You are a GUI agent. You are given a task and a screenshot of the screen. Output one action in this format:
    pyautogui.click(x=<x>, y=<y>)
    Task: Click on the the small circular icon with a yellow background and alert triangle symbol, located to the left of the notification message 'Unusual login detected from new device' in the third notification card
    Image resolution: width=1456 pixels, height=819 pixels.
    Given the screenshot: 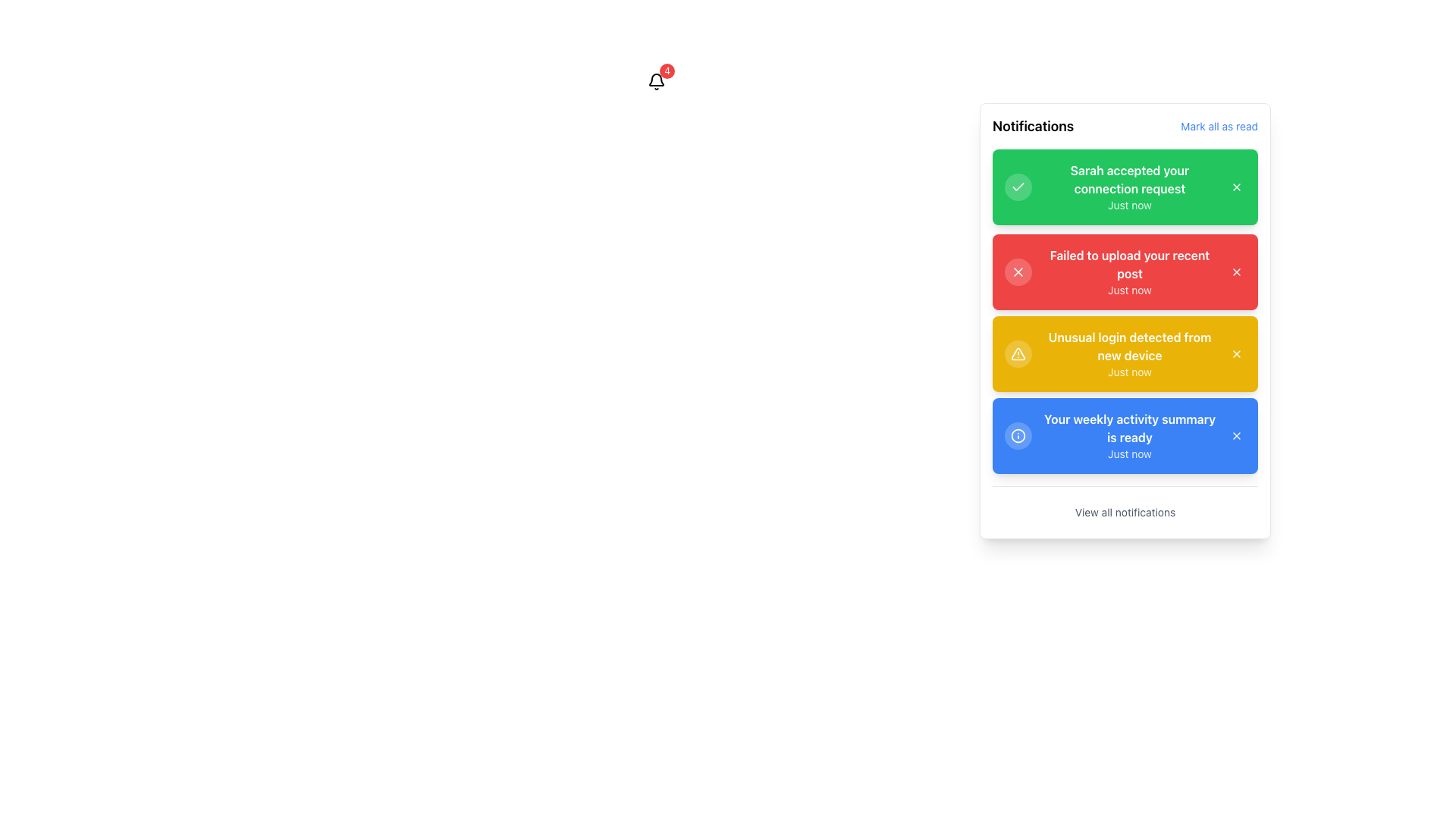 What is the action you would take?
    pyautogui.click(x=1018, y=353)
    